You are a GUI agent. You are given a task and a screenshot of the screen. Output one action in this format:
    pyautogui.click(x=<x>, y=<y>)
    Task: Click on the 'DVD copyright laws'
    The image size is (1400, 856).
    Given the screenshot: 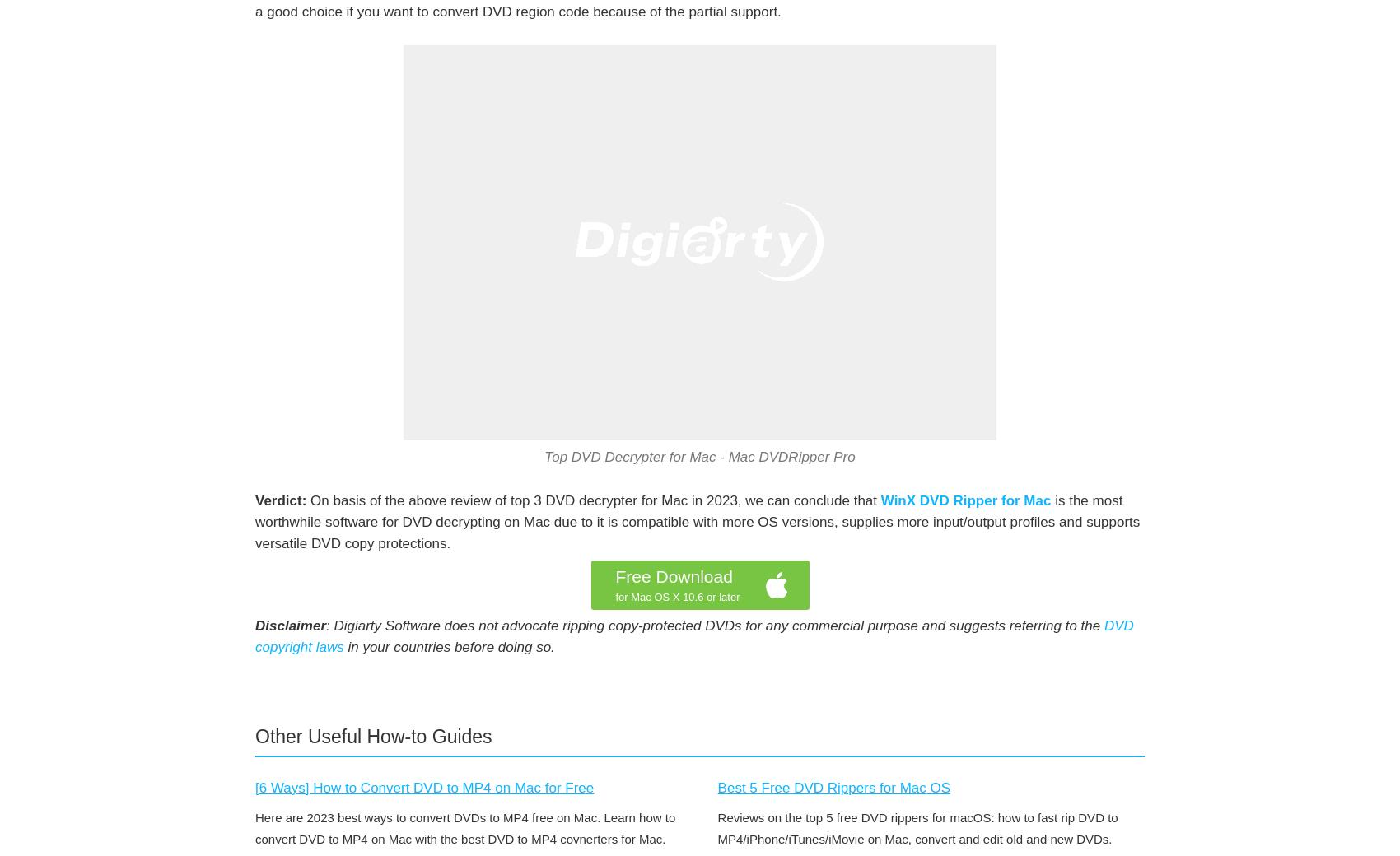 What is the action you would take?
    pyautogui.click(x=693, y=636)
    